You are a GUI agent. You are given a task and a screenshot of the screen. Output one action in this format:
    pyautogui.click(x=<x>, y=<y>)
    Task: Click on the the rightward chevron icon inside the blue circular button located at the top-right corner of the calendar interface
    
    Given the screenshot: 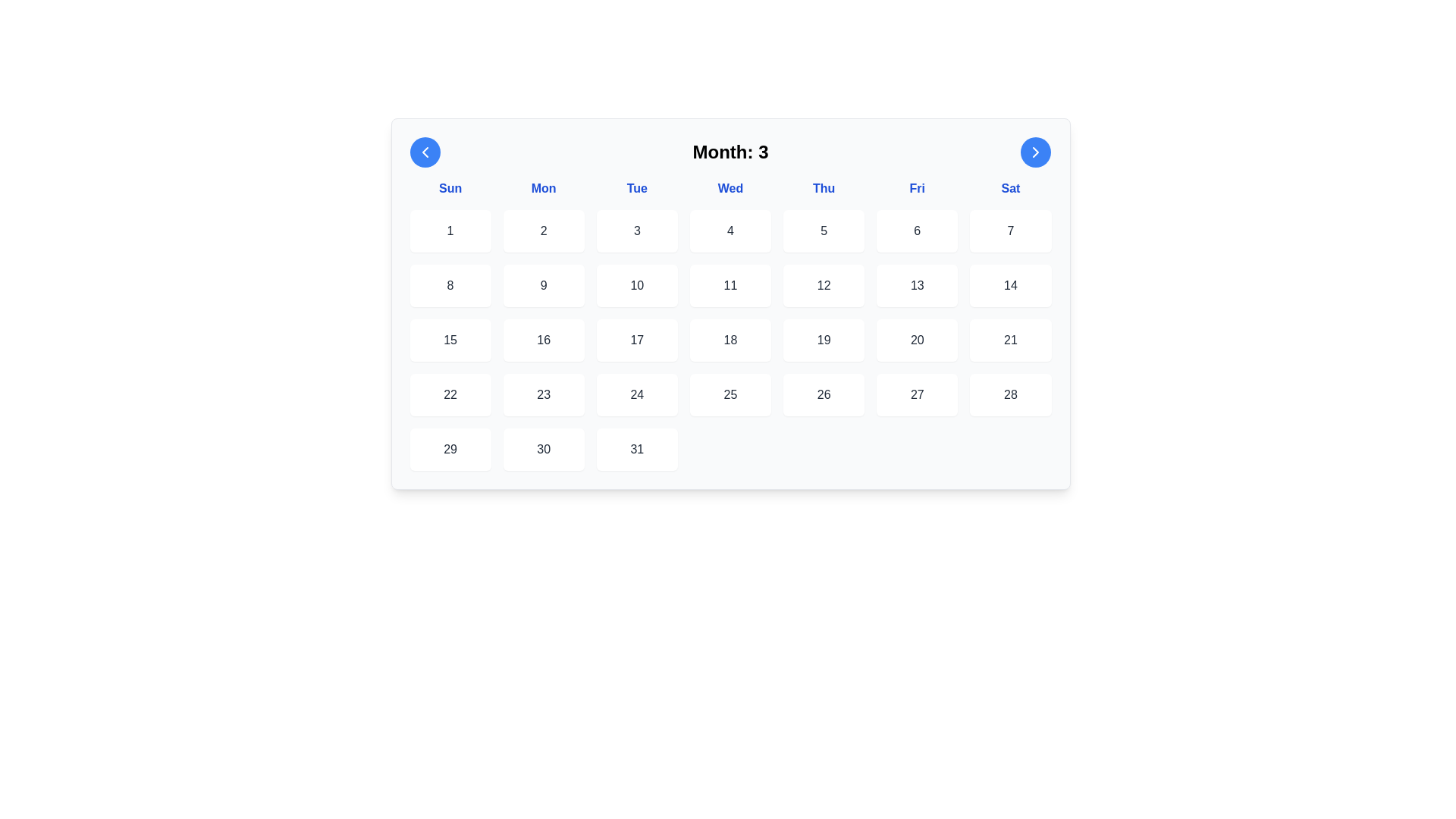 What is the action you would take?
    pyautogui.click(x=1035, y=152)
    